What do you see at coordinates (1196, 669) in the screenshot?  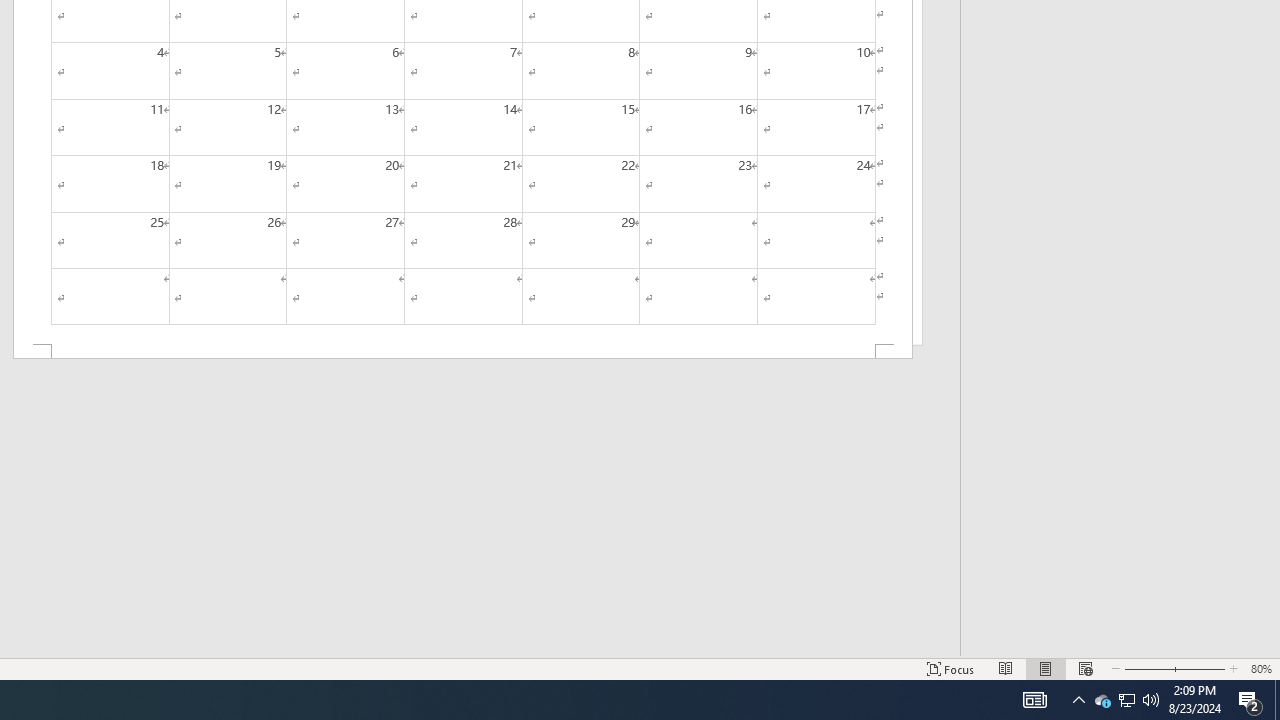 I see `'Zoom In'` at bounding box center [1196, 669].